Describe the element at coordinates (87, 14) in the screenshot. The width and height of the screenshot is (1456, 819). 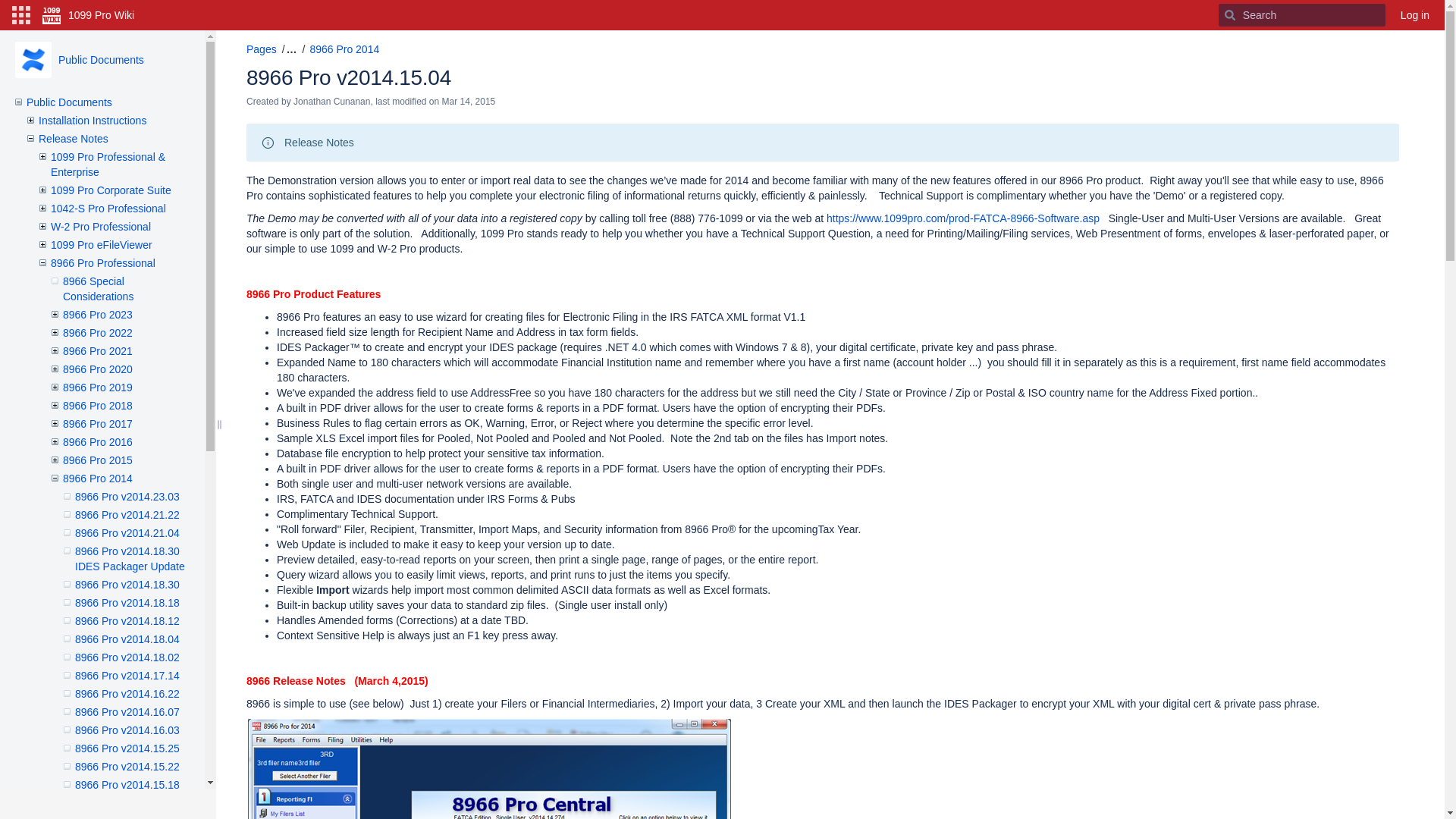
I see `'1099 Pro Wiki'` at that location.